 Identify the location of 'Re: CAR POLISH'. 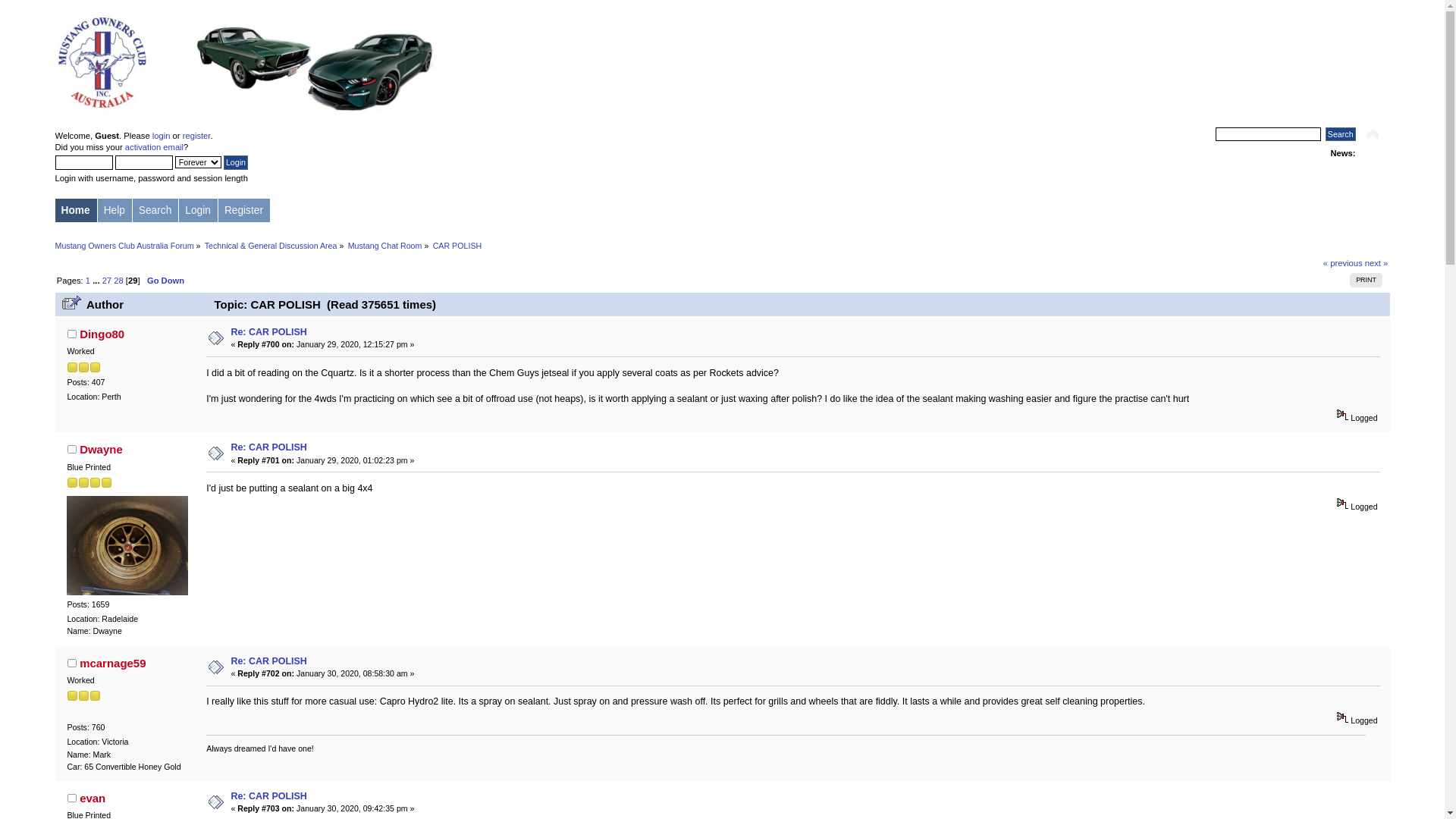
(268, 795).